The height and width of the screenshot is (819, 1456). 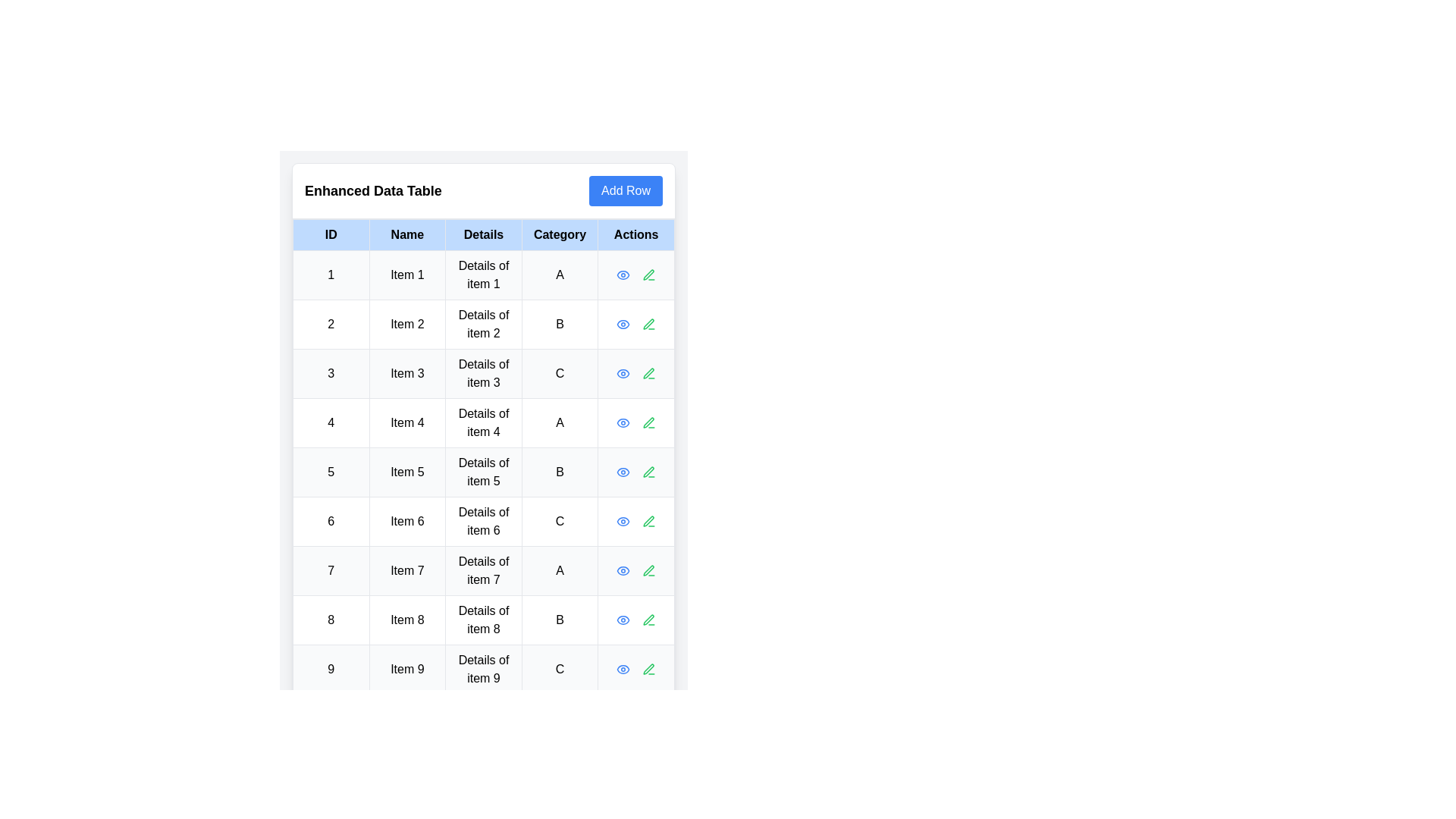 I want to click on the green pen icon button in the 'Actions' column of the table for 'Item 7', so click(x=649, y=570).